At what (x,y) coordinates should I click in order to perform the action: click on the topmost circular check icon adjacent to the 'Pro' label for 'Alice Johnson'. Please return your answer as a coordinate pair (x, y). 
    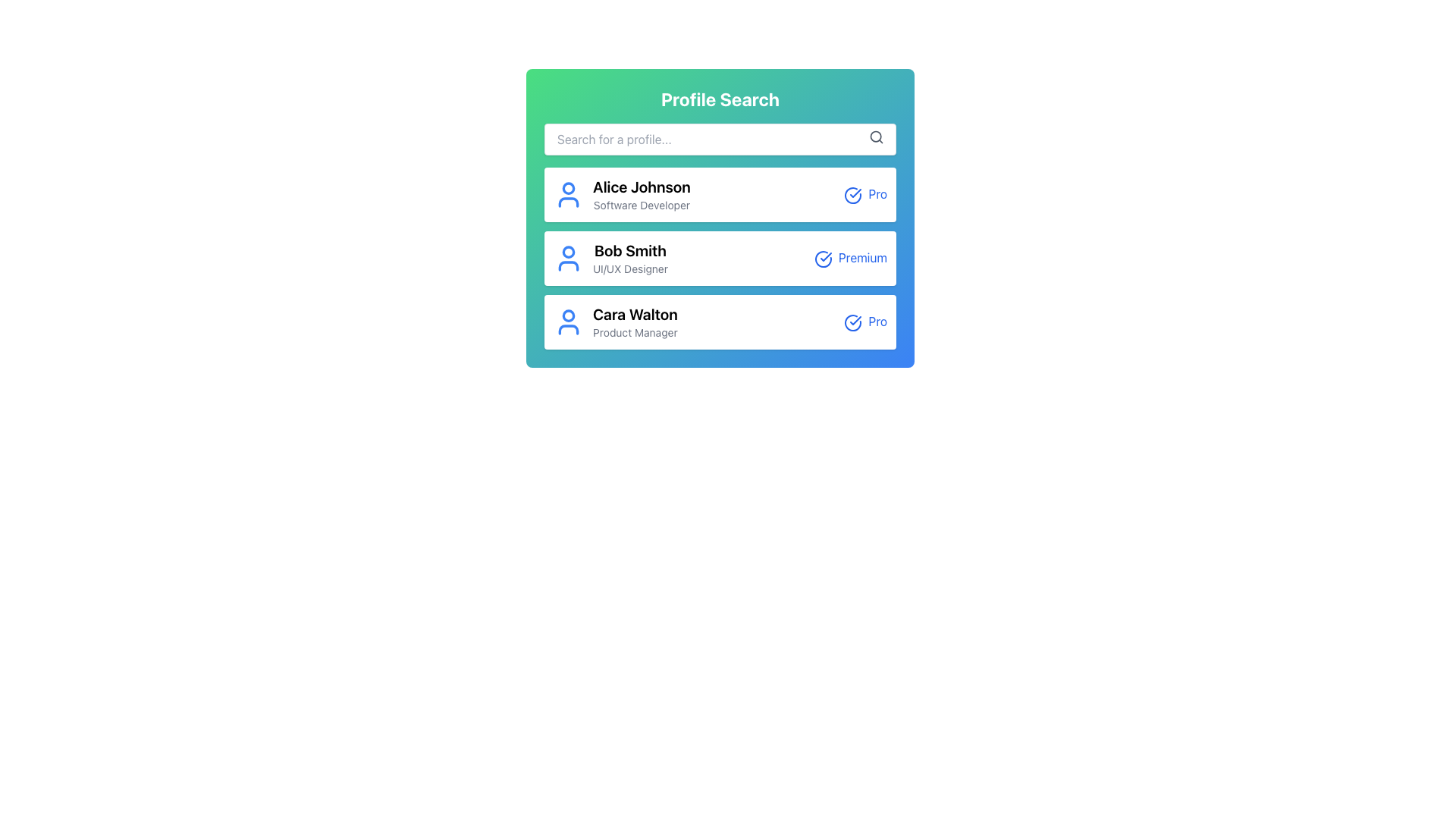
    Looking at the image, I should click on (852, 194).